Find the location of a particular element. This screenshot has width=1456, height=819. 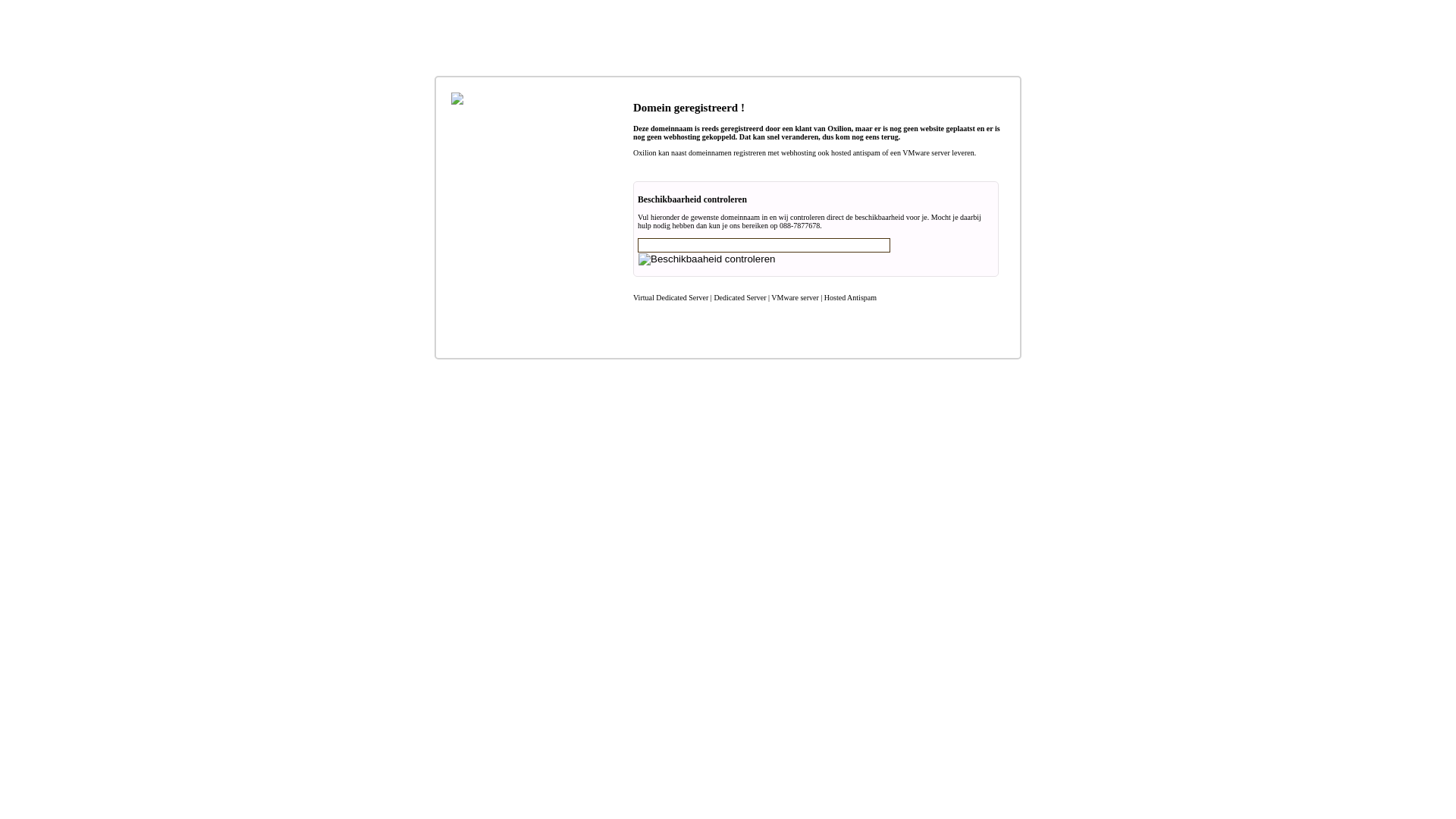

'Dedicated Server' is located at coordinates (739, 297).